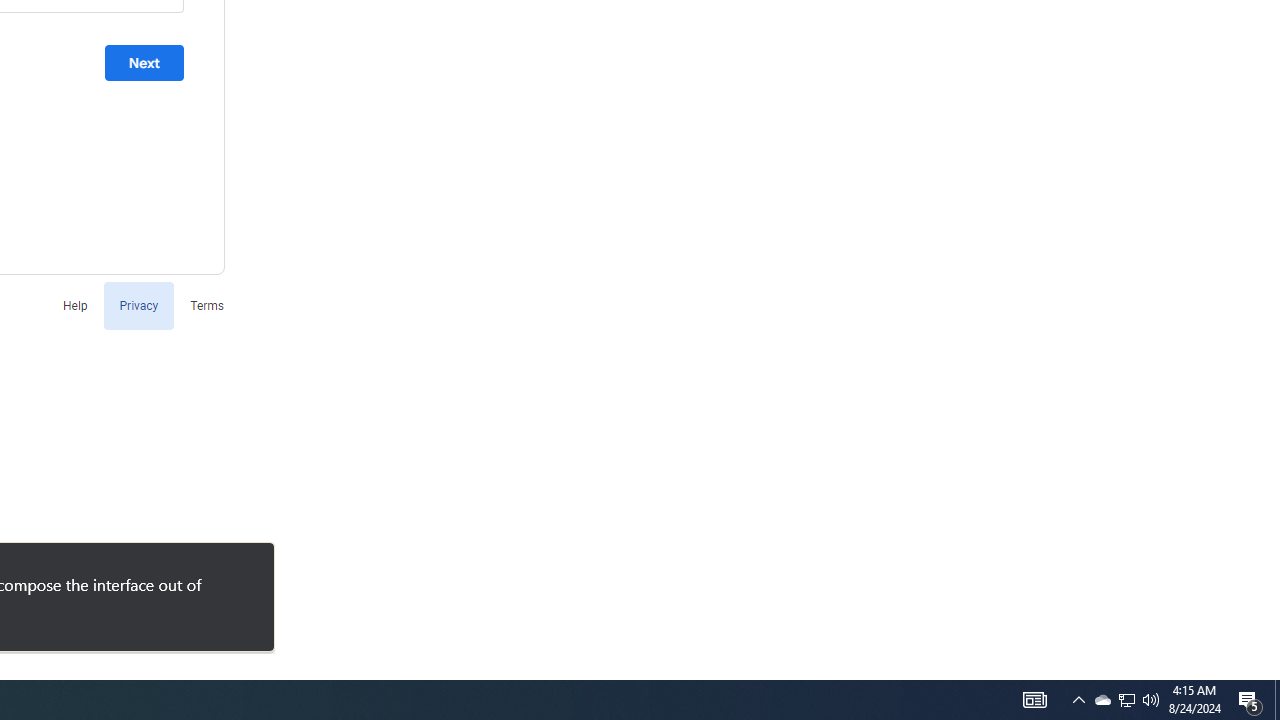 The height and width of the screenshot is (720, 1280). I want to click on 'Privacy', so click(137, 305).